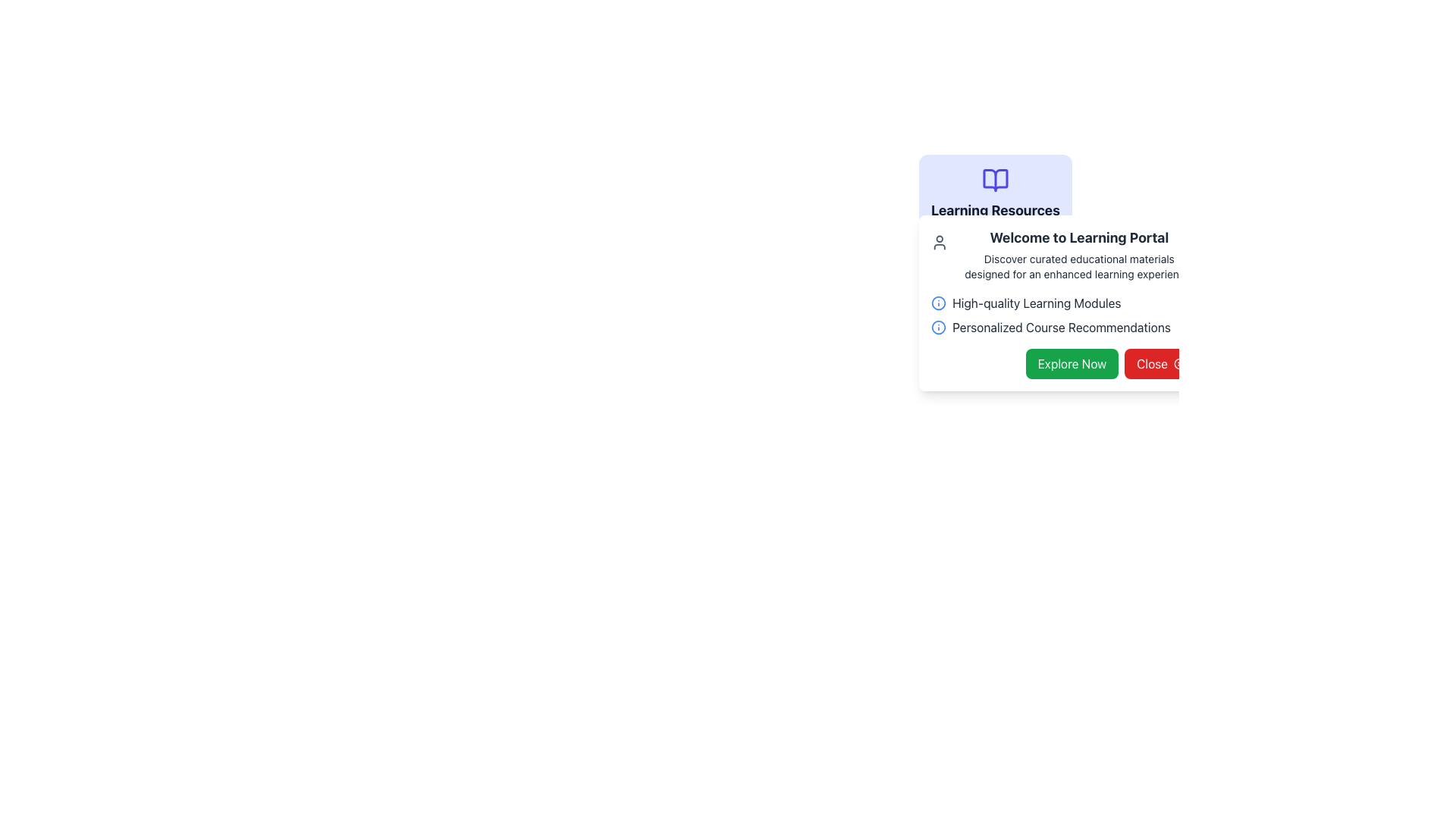 The image size is (1456, 819). I want to click on descriptive text located immediately below the 'Welcome to Learning Portal' heading, which provides additional context for the section, so click(1078, 265).